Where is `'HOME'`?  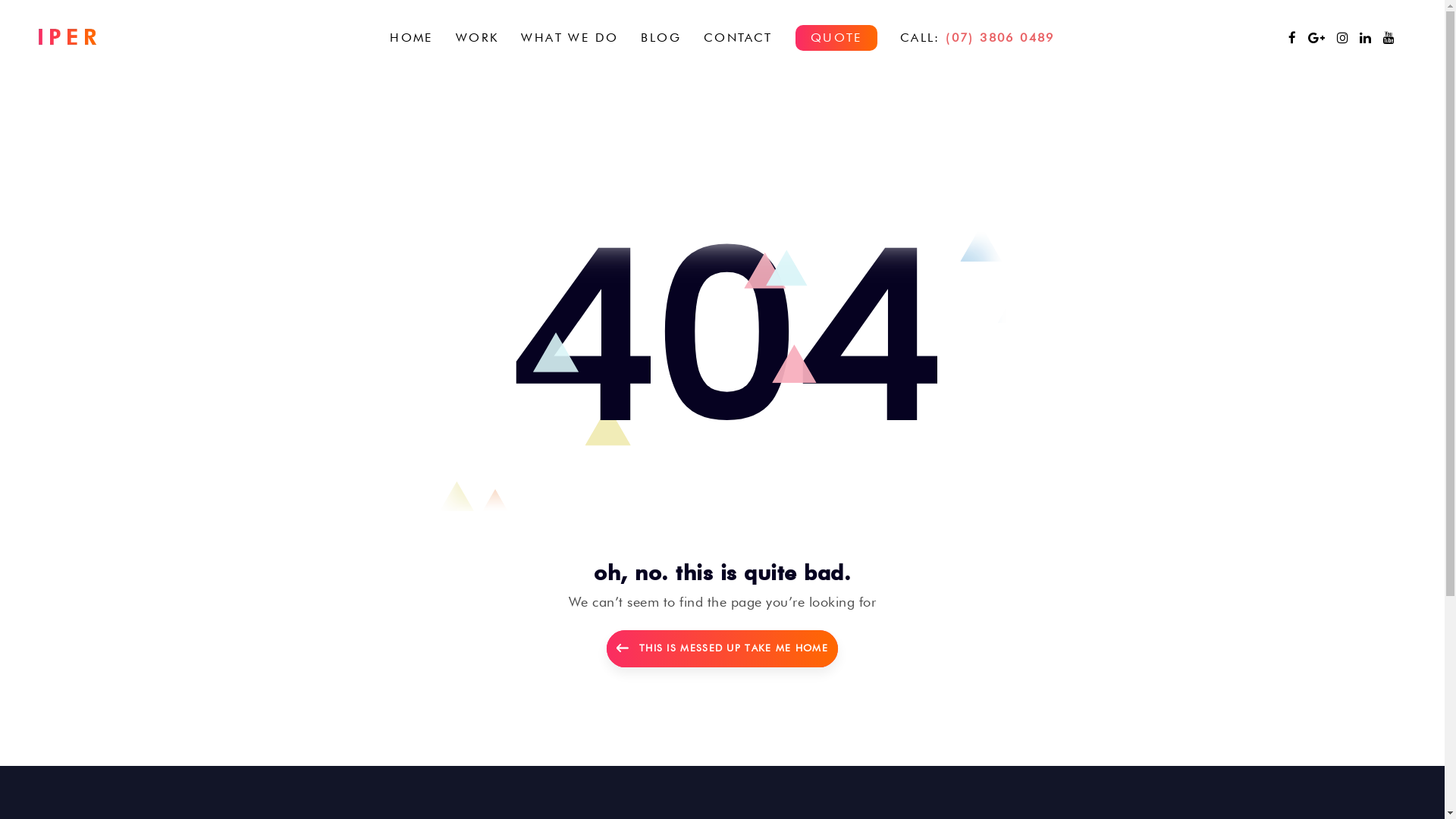
'HOME' is located at coordinates (411, 36).